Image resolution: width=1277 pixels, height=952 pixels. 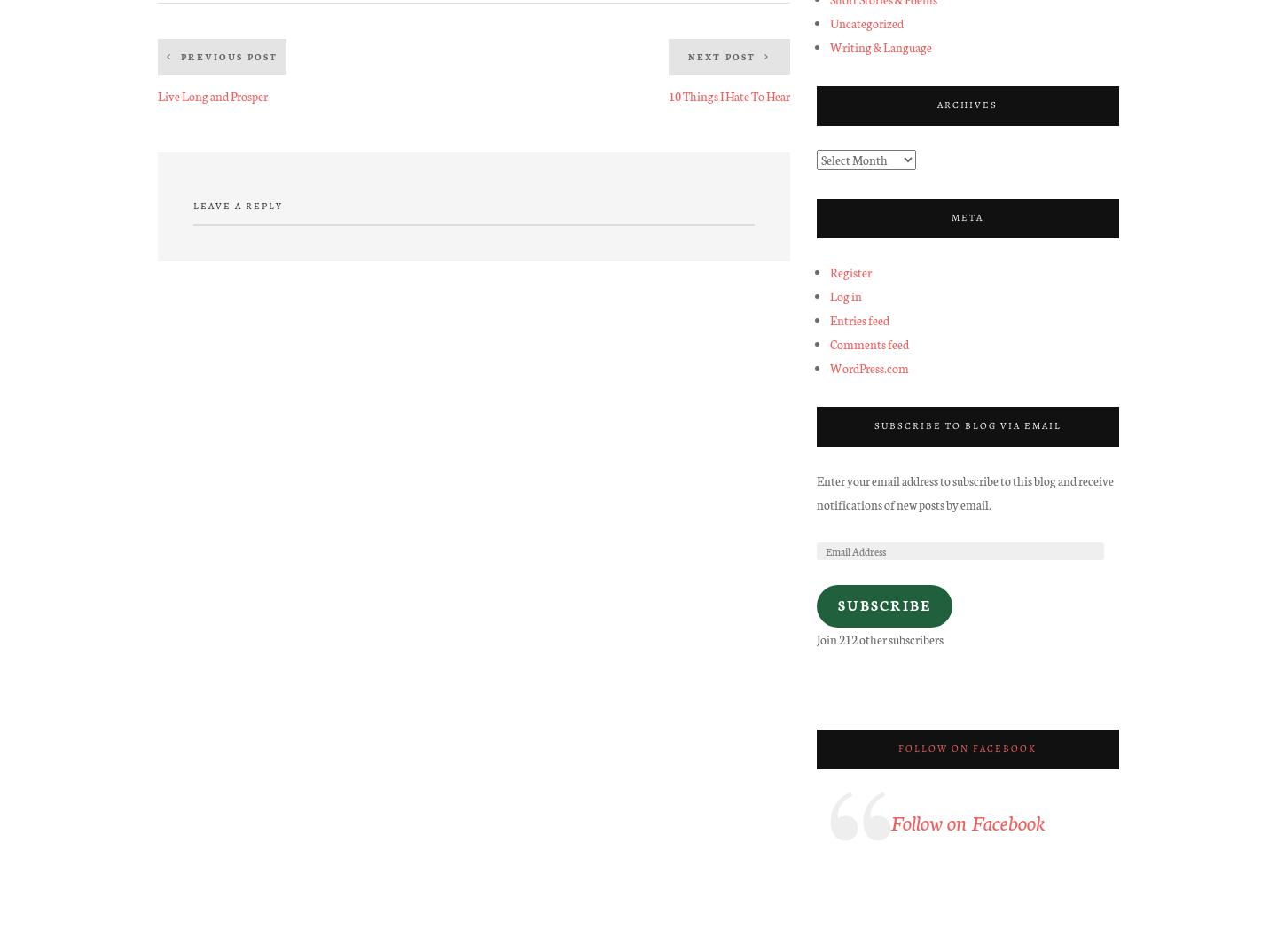 What do you see at coordinates (966, 424) in the screenshot?
I see `'Subscribe to Blog via Email'` at bounding box center [966, 424].